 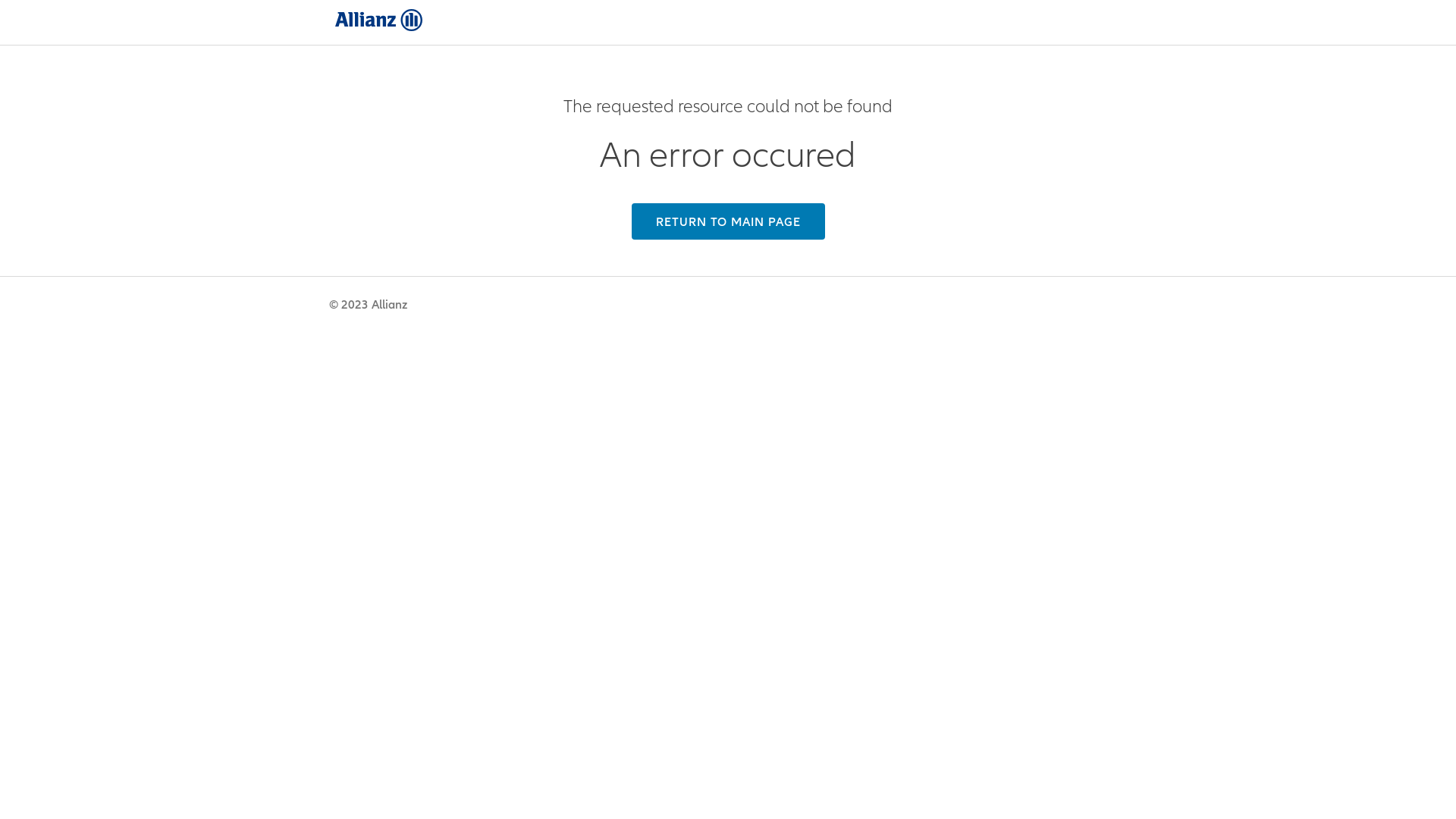 What do you see at coordinates (726, 221) in the screenshot?
I see `'RETURN TO MAIN PAGE'` at bounding box center [726, 221].